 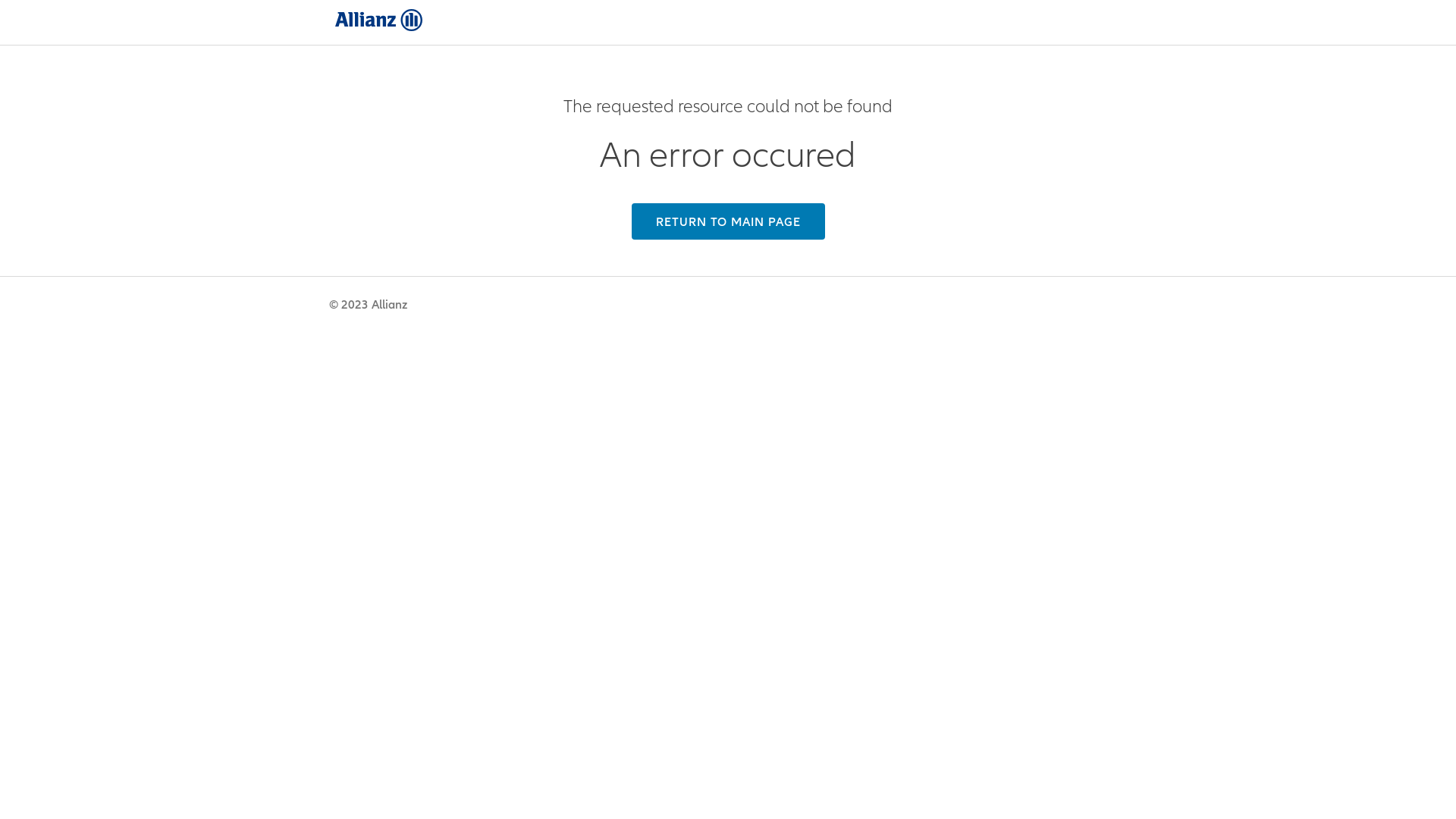 What do you see at coordinates (726, 221) in the screenshot?
I see `'RETURN TO MAIN PAGE'` at bounding box center [726, 221].